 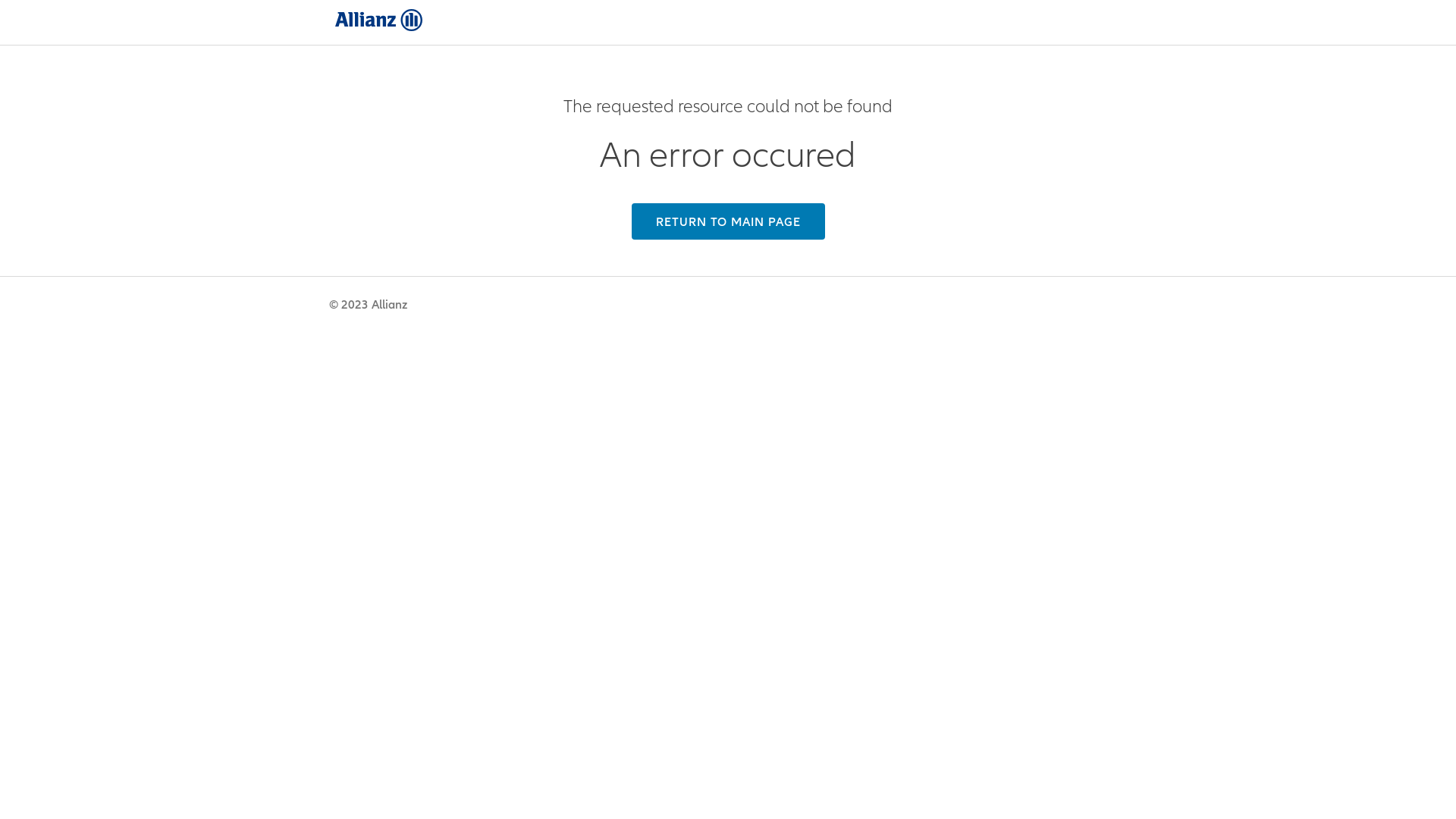 What do you see at coordinates (726, 221) in the screenshot?
I see `'RETURN TO MAIN PAGE'` at bounding box center [726, 221].